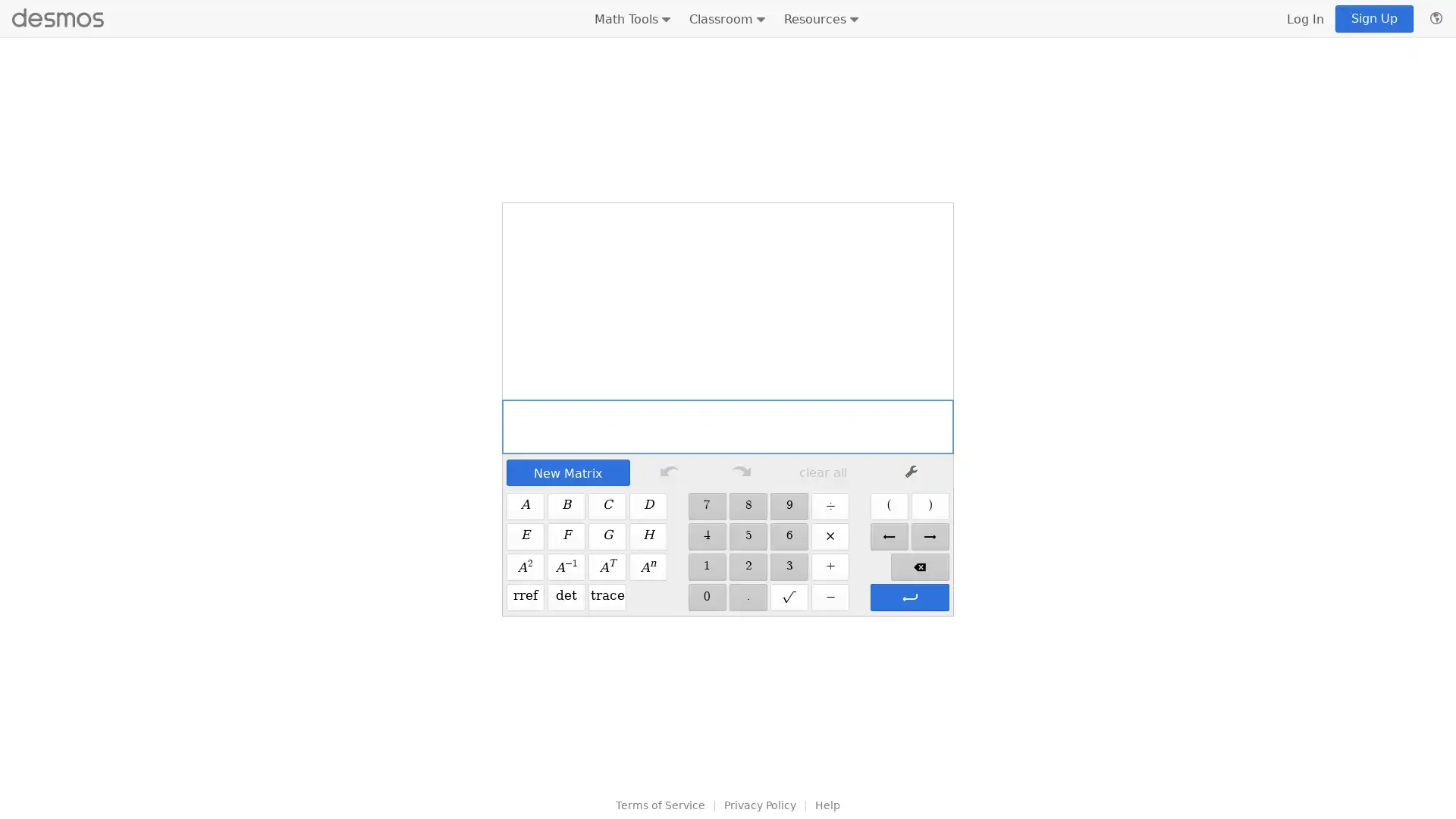 This screenshot has width=1456, height=819. What do you see at coordinates (668, 472) in the screenshot?
I see `undo` at bounding box center [668, 472].